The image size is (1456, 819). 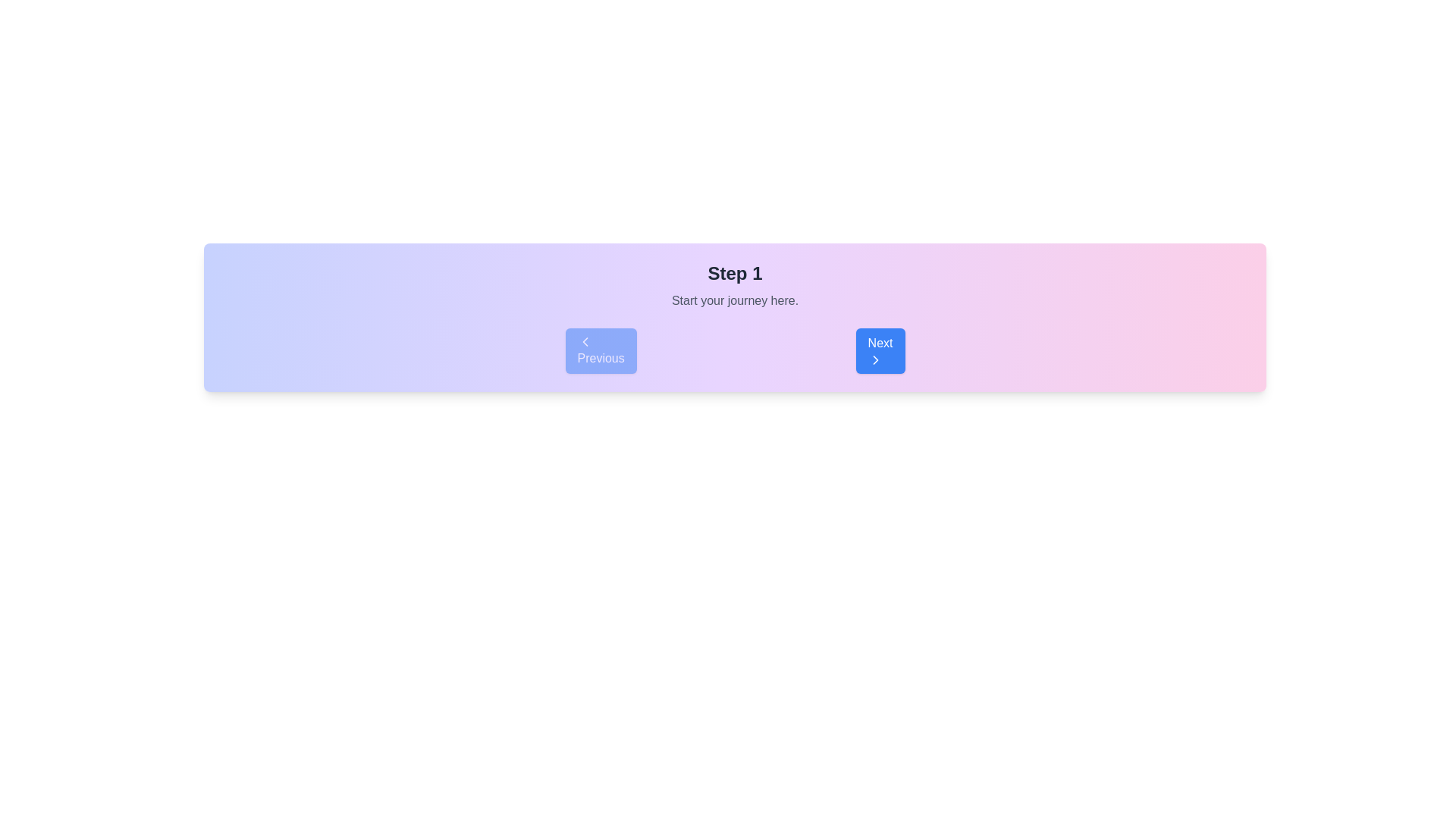 I want to click on the static text label indicating the first step in a sequence or process, located at the top center of the section above the 'Start your journey here' text, so click(x=735, y=274).